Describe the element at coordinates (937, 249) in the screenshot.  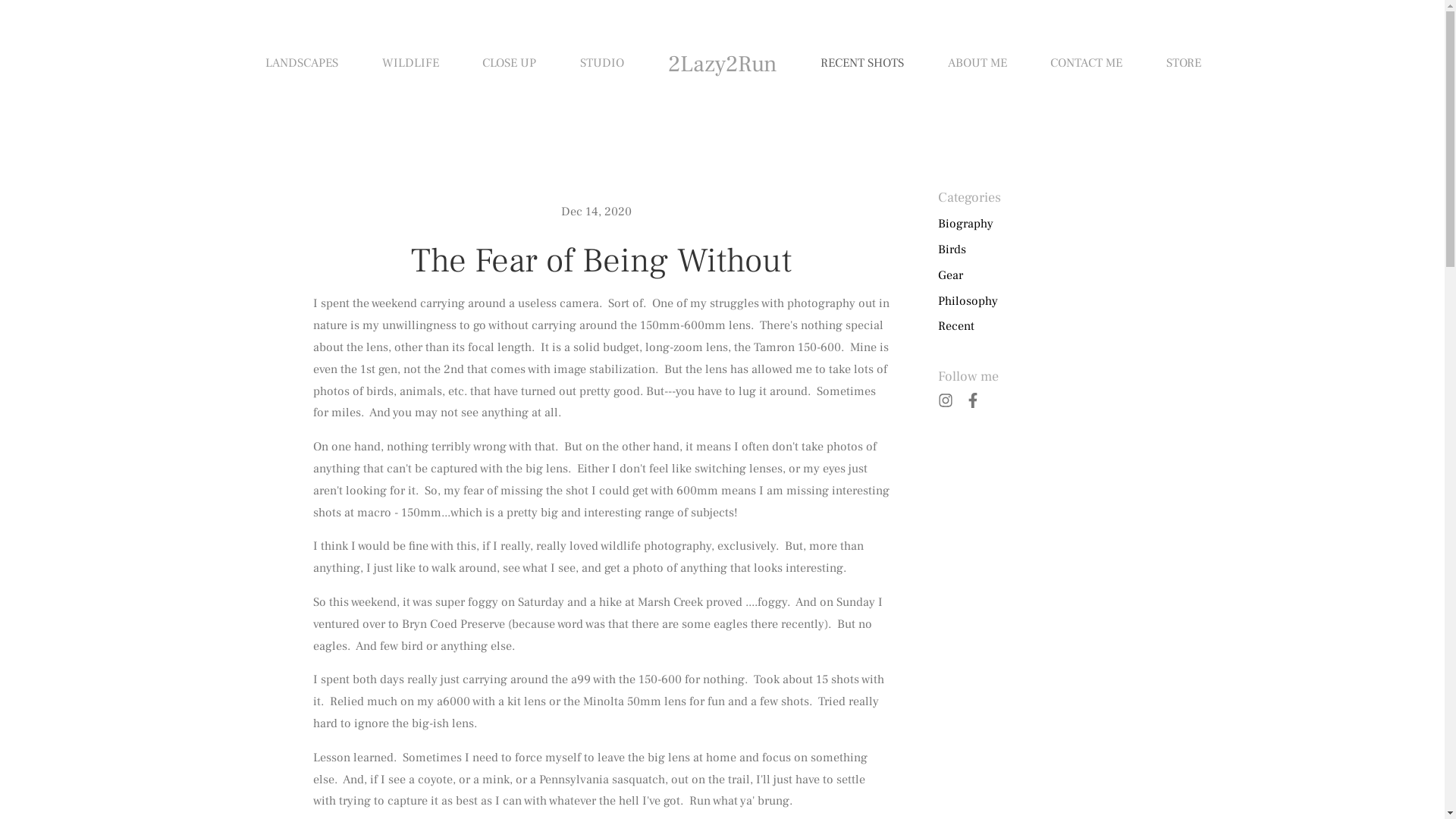
I see `'Birds'` at that location.